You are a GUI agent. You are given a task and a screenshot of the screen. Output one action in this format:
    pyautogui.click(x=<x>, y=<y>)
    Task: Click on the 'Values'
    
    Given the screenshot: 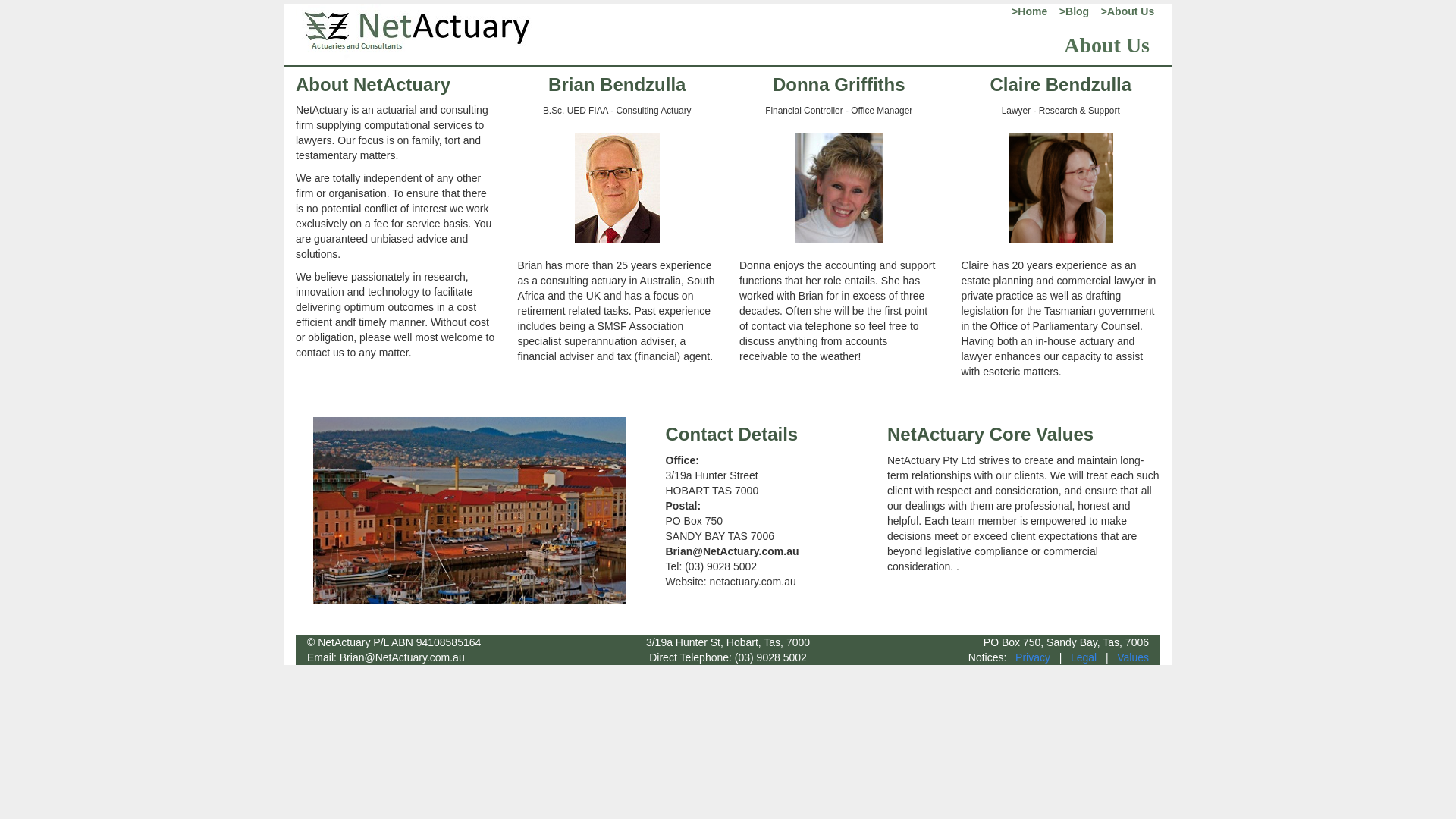 What is the action you would take?
    pyautogui.click(x=1117, y=657)
    